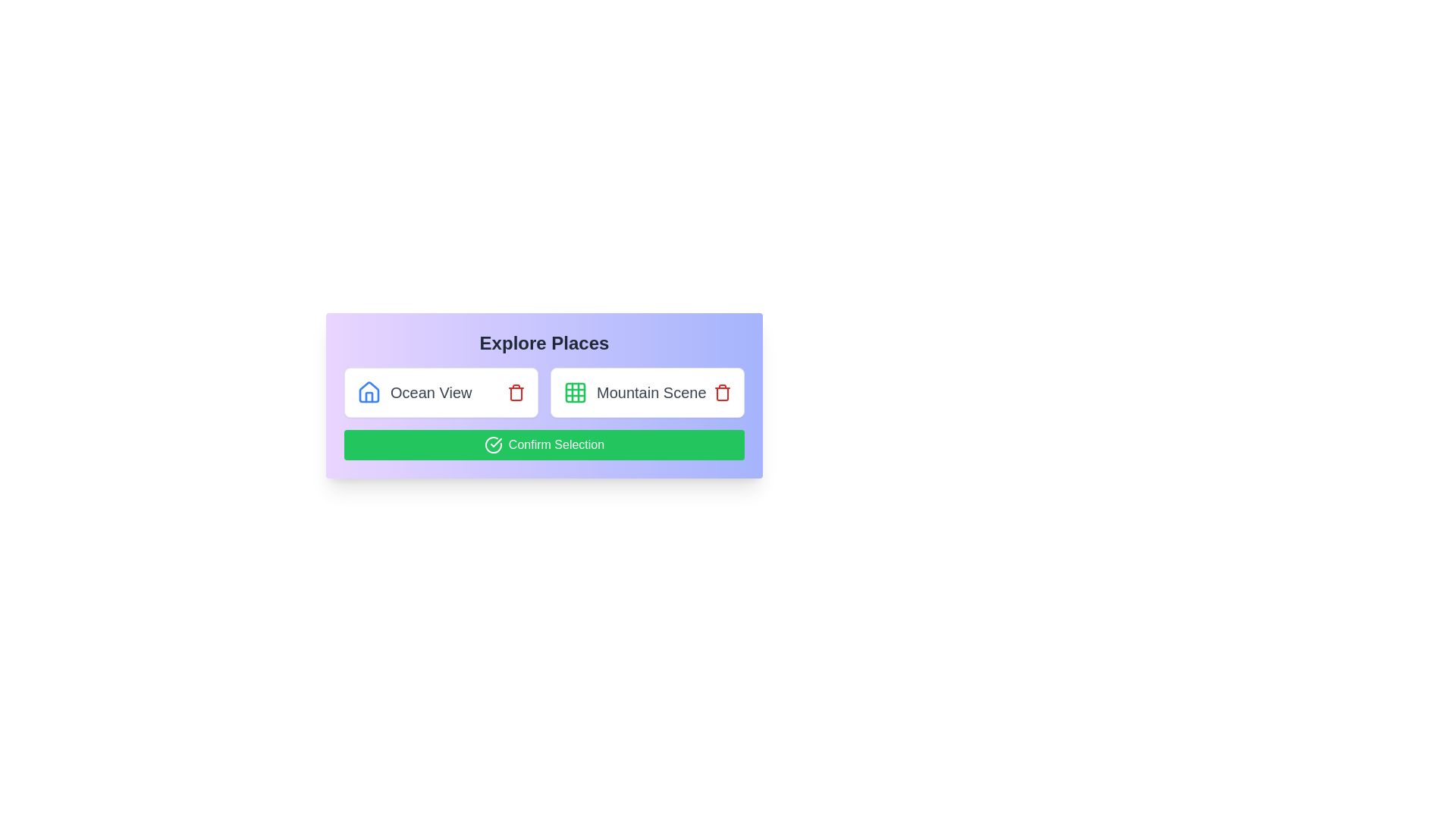  Describe the element at coordinates (544, 391) in the screenshot. I see `the 'Ocean View' section of the composite UI component containing selectable items for more details` at that location.